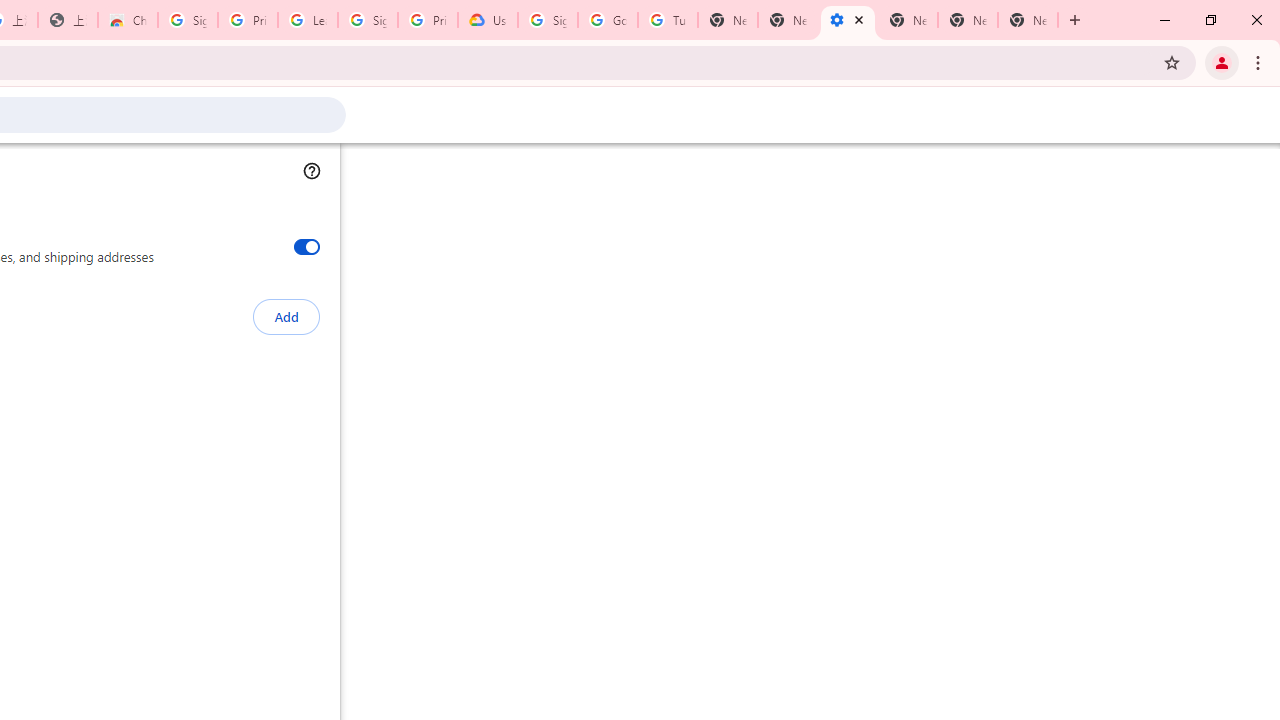  I want to click on 'Sign in - Google Accounts', so click(548, 20).